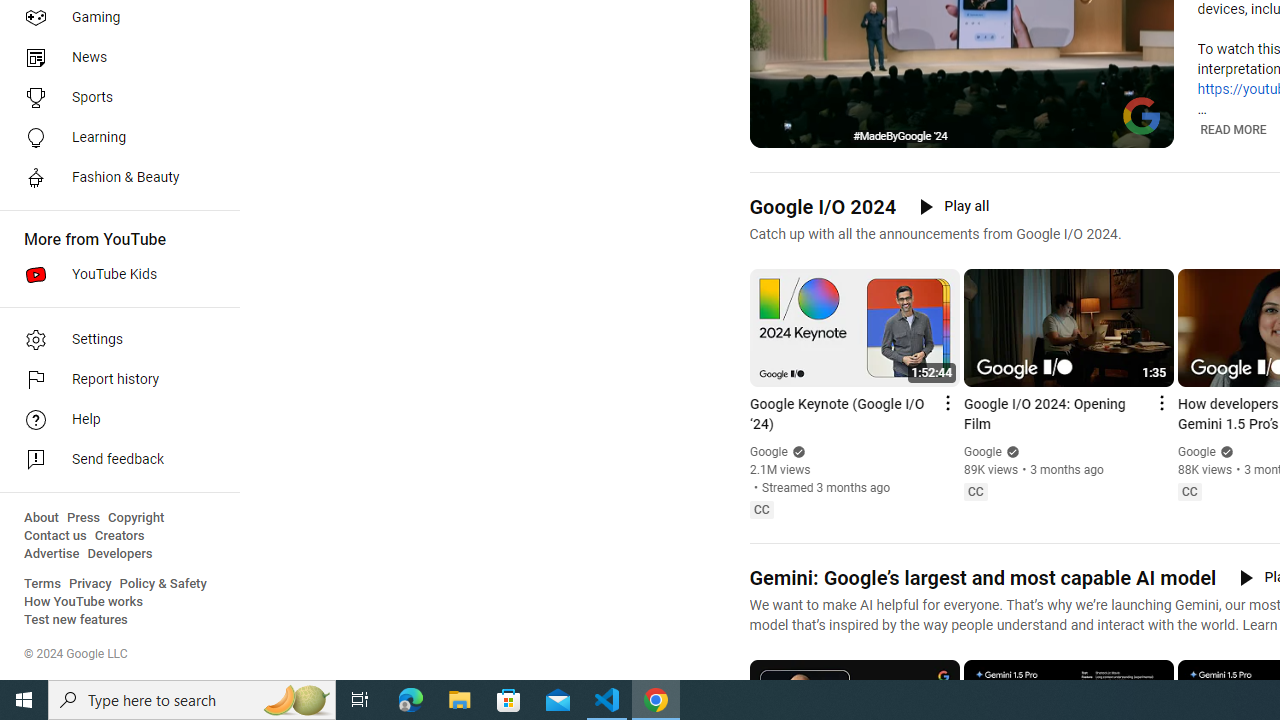 The image size is (1280, 720). What do you see at coordinates (55, 535) in the screenshot?
I see `'Contact us'` at bounding box center [55, 535].